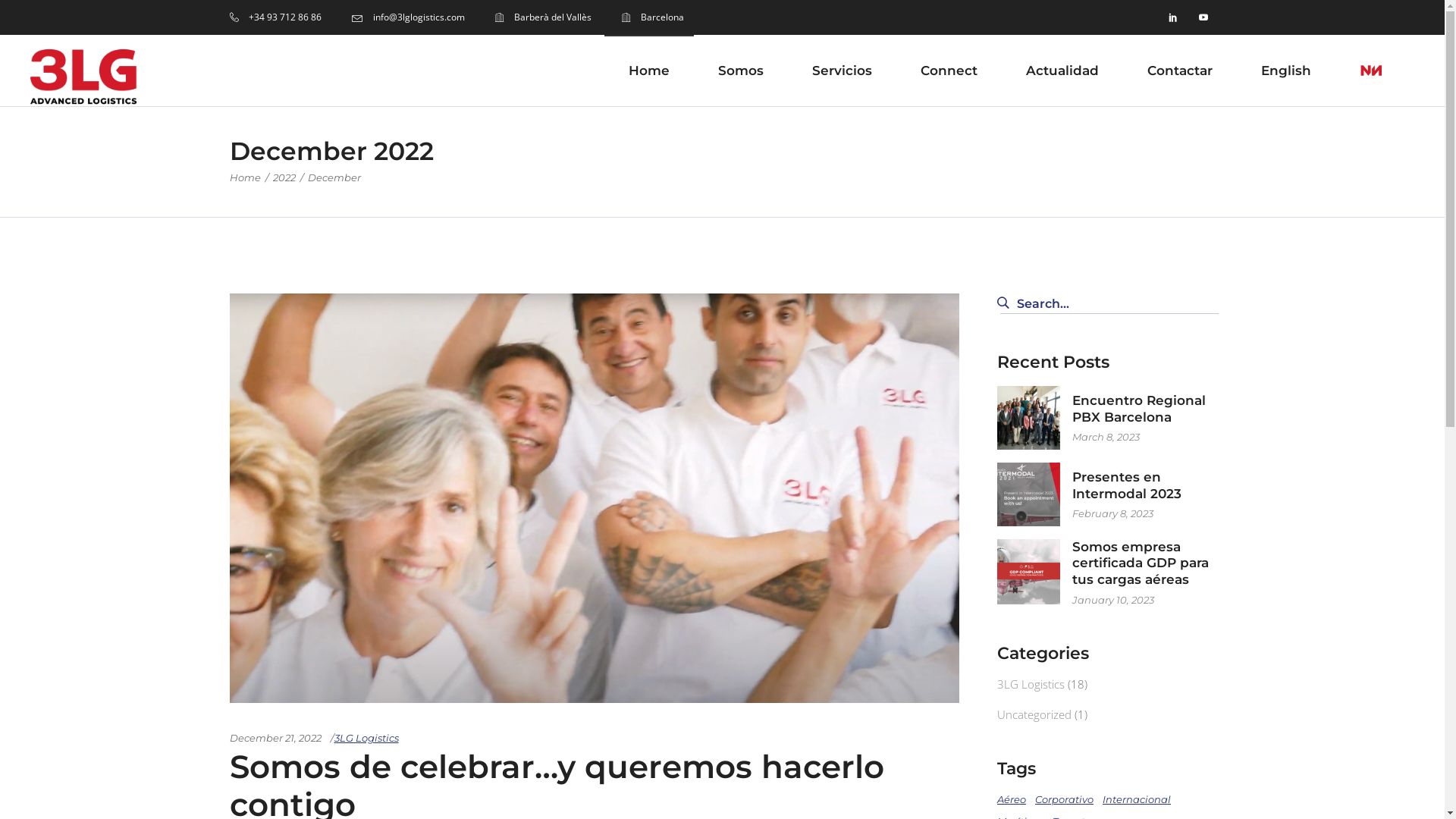  What do you see at coordinates (603, 71) in the screenshot?
I see `'Home'` at bounding box center [603, 71].